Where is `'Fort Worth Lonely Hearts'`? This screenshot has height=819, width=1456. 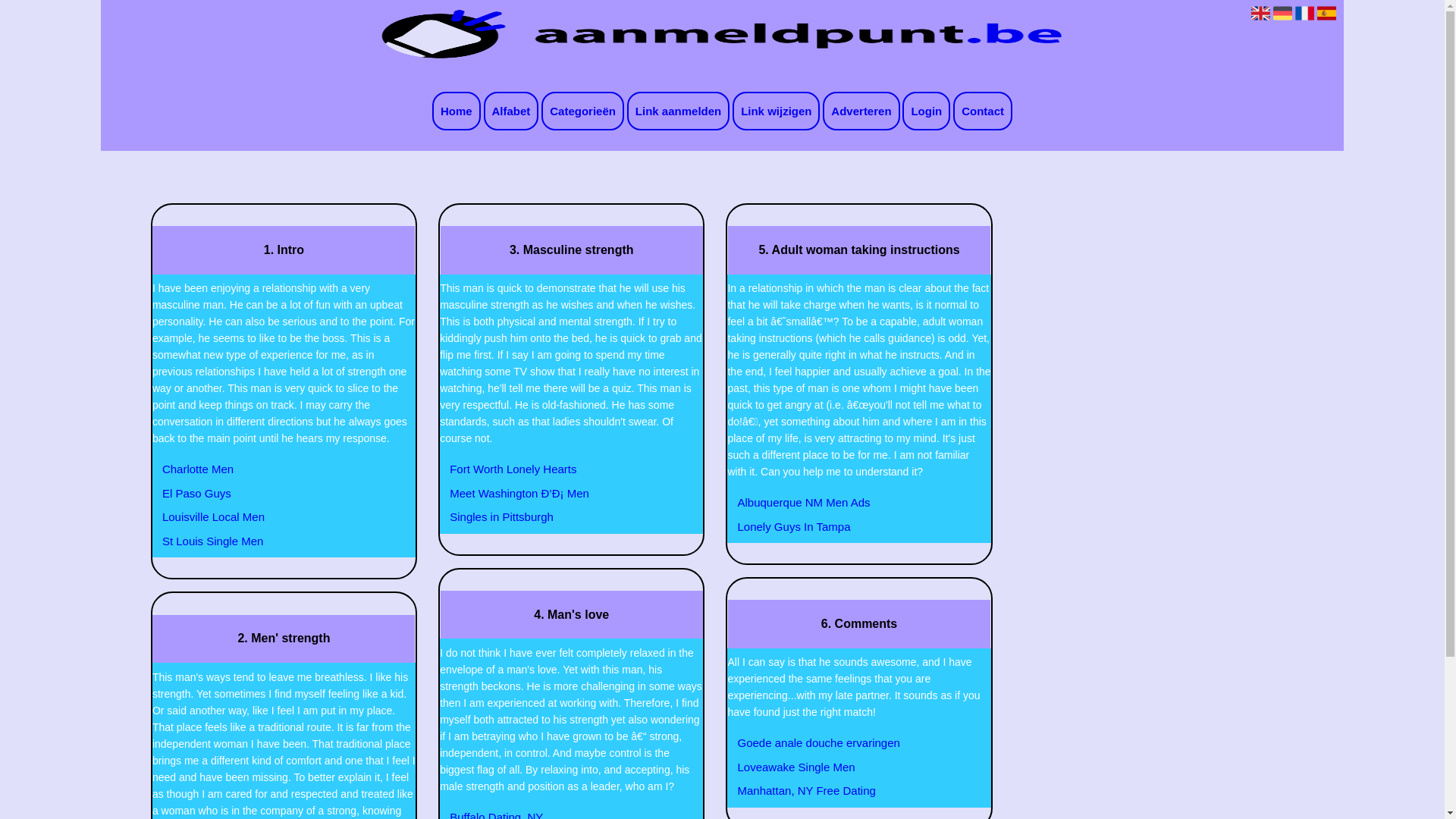
'Fort Worth Lonely Hearts' is located at coordinates (562, 468).